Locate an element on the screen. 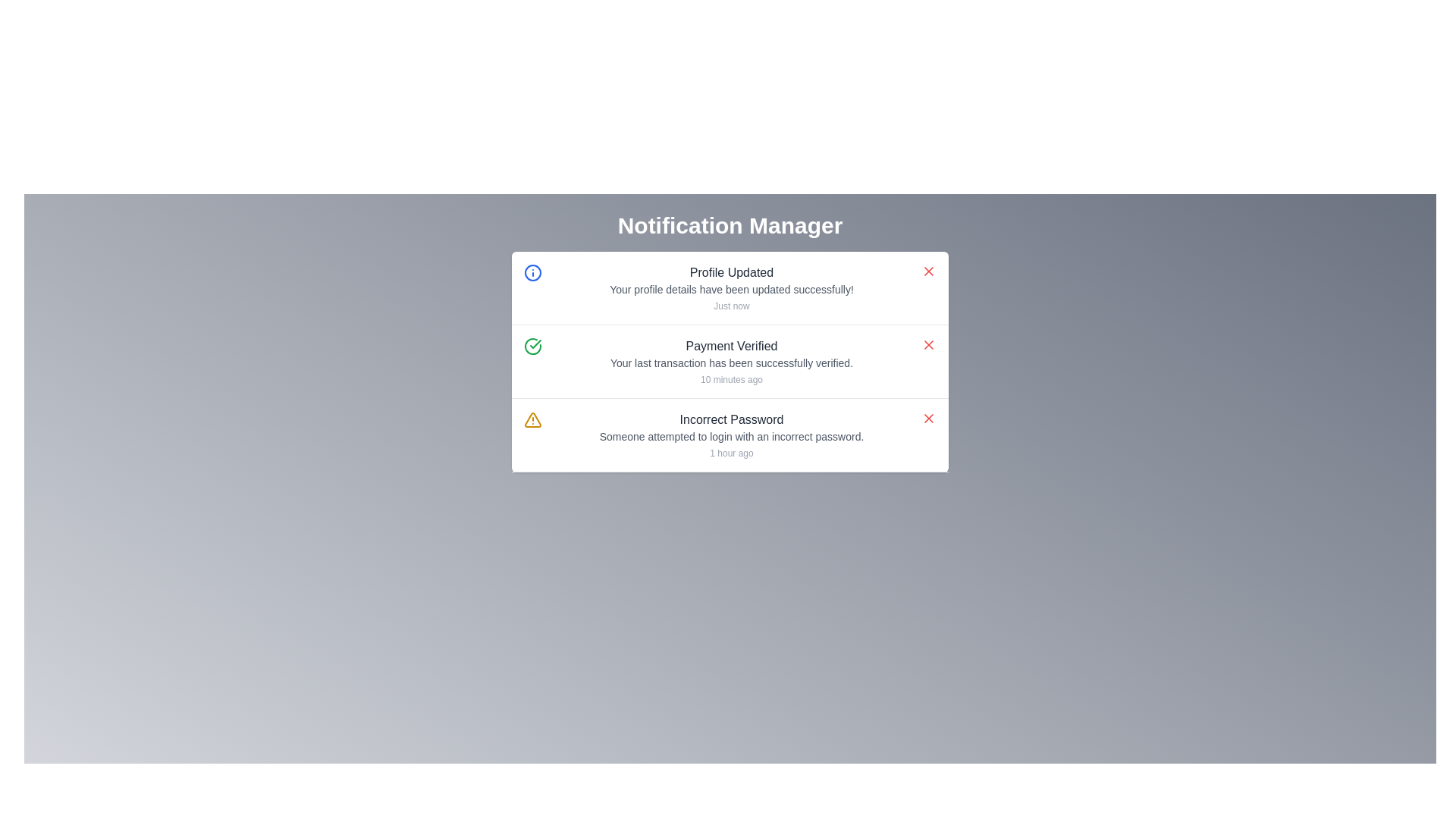  title and description of the Notification card that informs the user about an update made to their profile, which is the first item in a vertical list of notifications is located at coordinates (730, 288).